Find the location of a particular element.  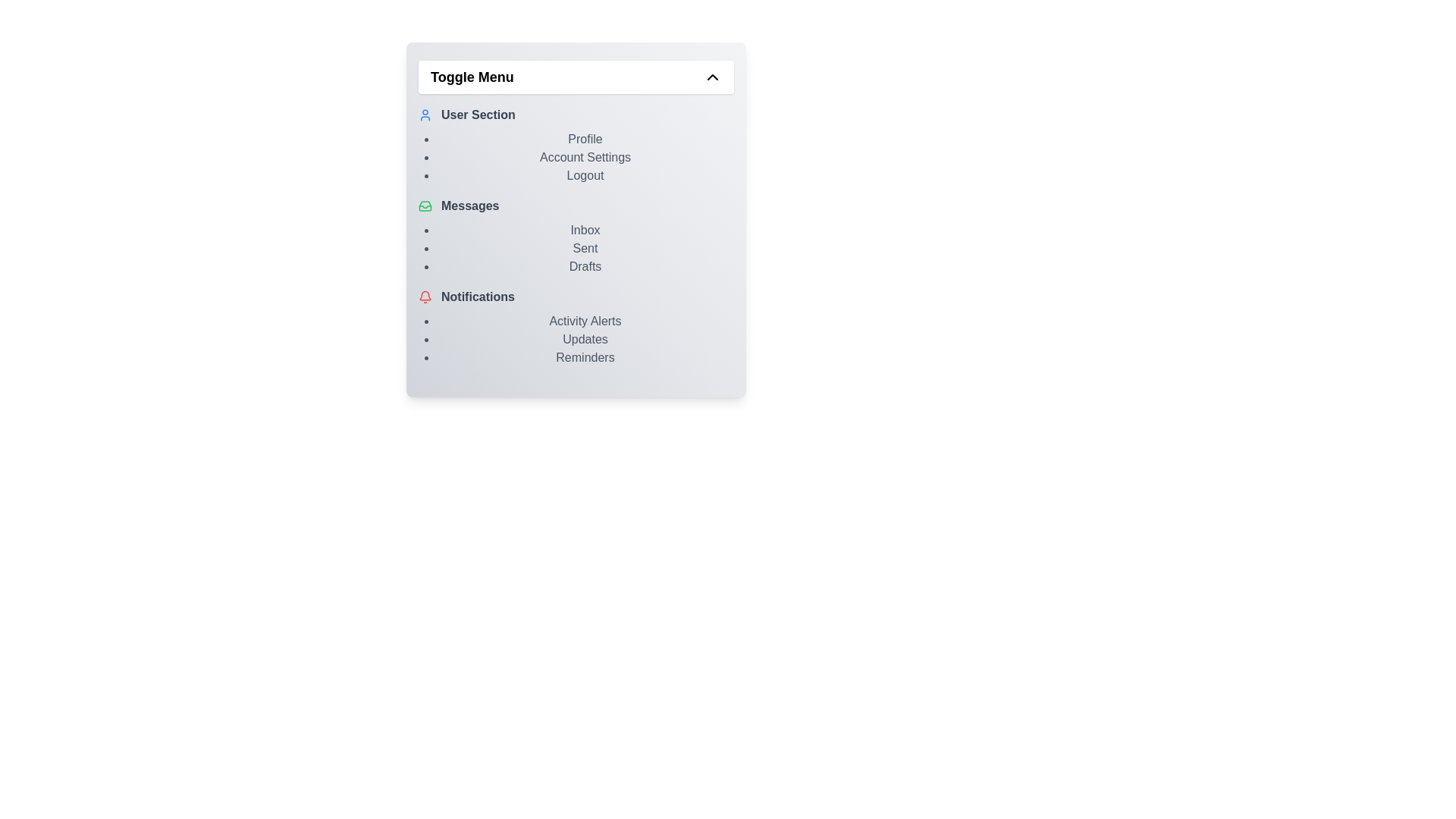

the element labeled 'Messages' to observe its hover effect is located at coordinates (575, 206).